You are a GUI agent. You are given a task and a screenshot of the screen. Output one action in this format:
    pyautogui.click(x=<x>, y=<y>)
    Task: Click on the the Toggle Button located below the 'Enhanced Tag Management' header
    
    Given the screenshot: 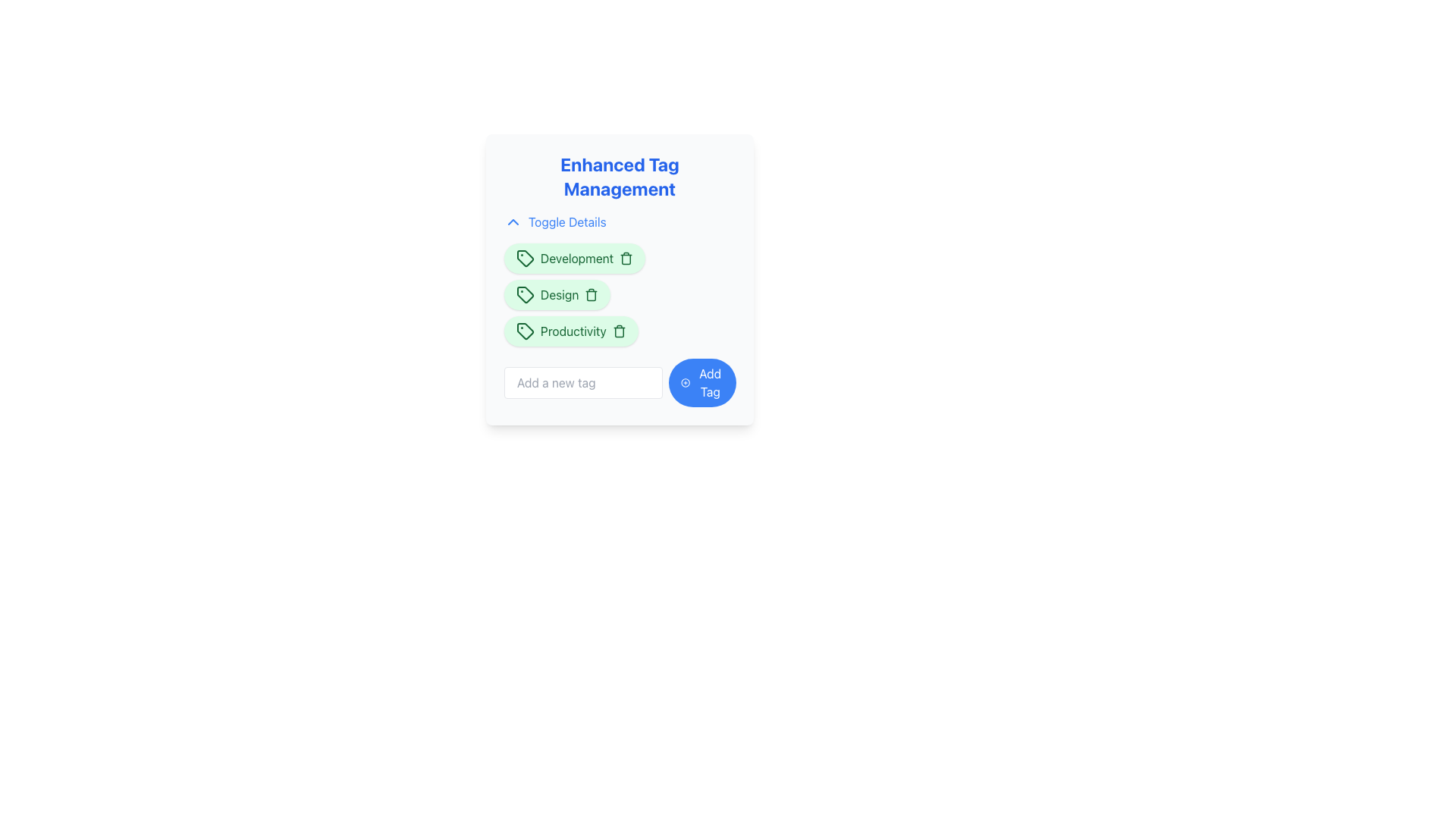 What is the action you would take?
    pyautogui.click(x=554, y=222)
    